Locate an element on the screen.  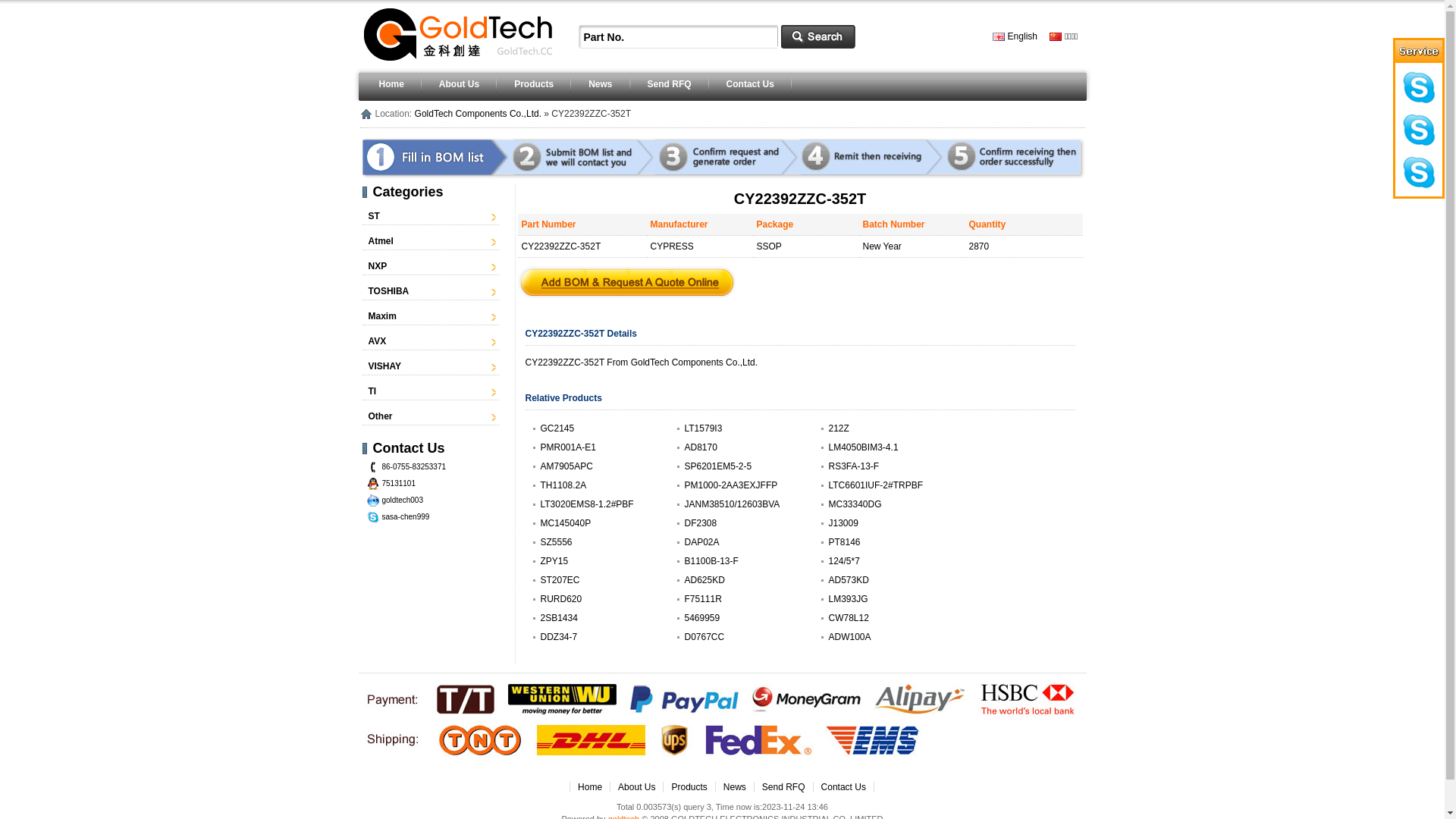
'GoldTech Components Co.,Ltd.' is located at coordinates (477, 113).